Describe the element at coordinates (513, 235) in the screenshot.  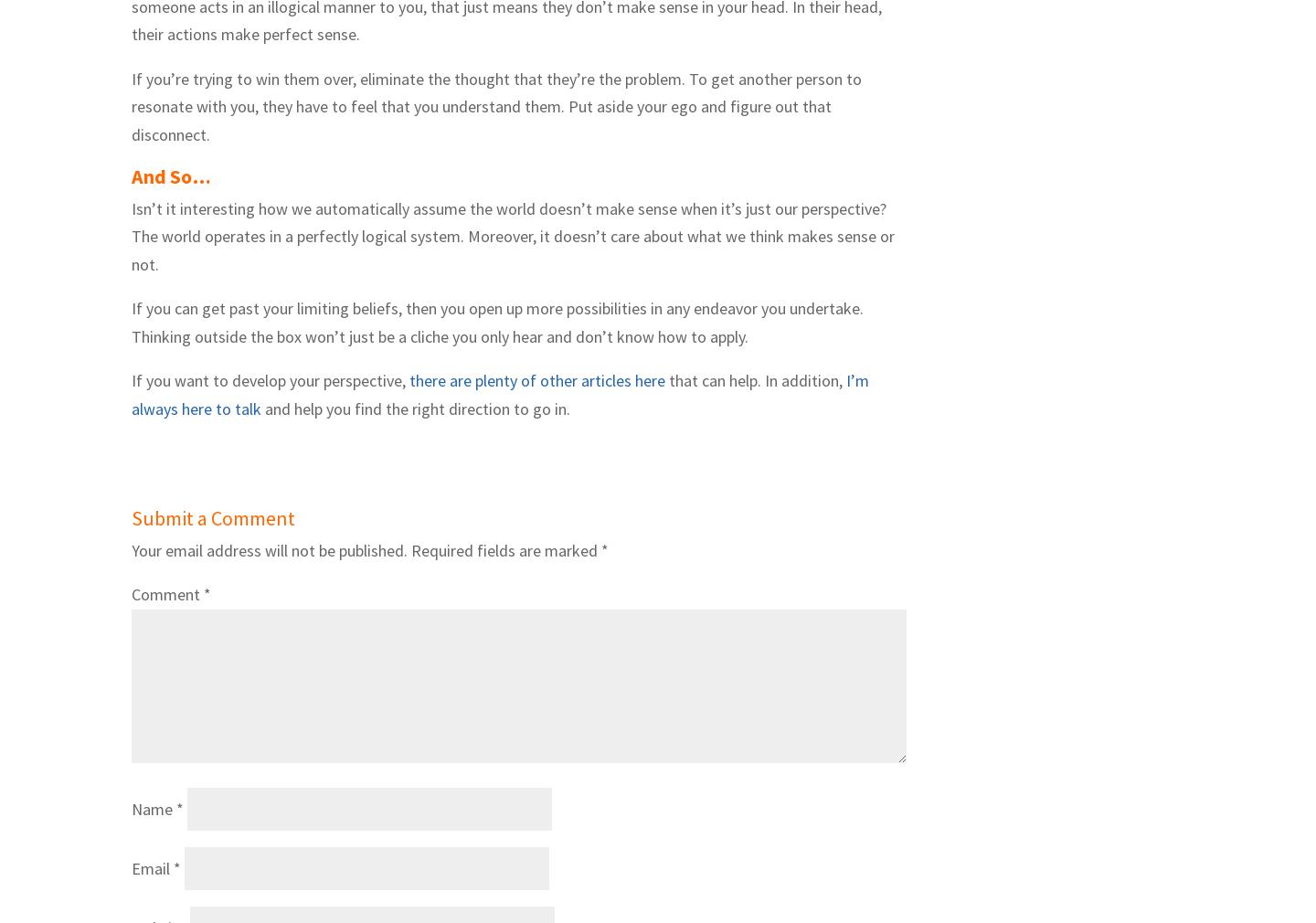
I see `'Isn’t it interesting how we automatically assume the world doesn’t make sense when it’s just our perspective? The world operates in a perfectly logical system. Moreover, it doesn’t care about what we think makes sense or not.'` at that location.